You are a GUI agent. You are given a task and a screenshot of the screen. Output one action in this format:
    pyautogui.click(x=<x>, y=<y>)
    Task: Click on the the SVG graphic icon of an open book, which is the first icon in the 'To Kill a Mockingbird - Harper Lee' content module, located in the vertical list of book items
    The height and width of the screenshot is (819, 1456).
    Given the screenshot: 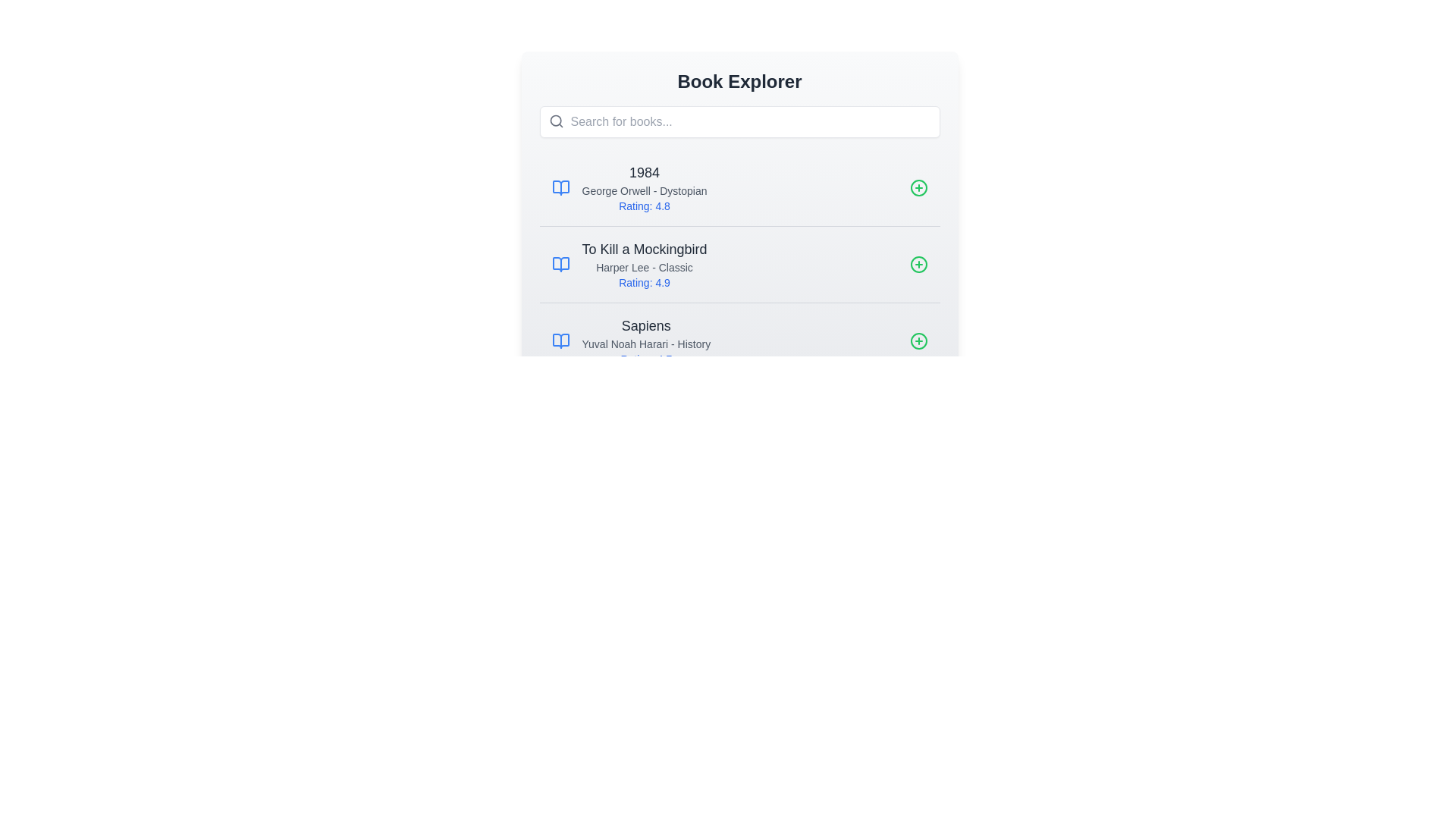 What is the action you would take?
    pyautogui.click(x=560, y=263)
    